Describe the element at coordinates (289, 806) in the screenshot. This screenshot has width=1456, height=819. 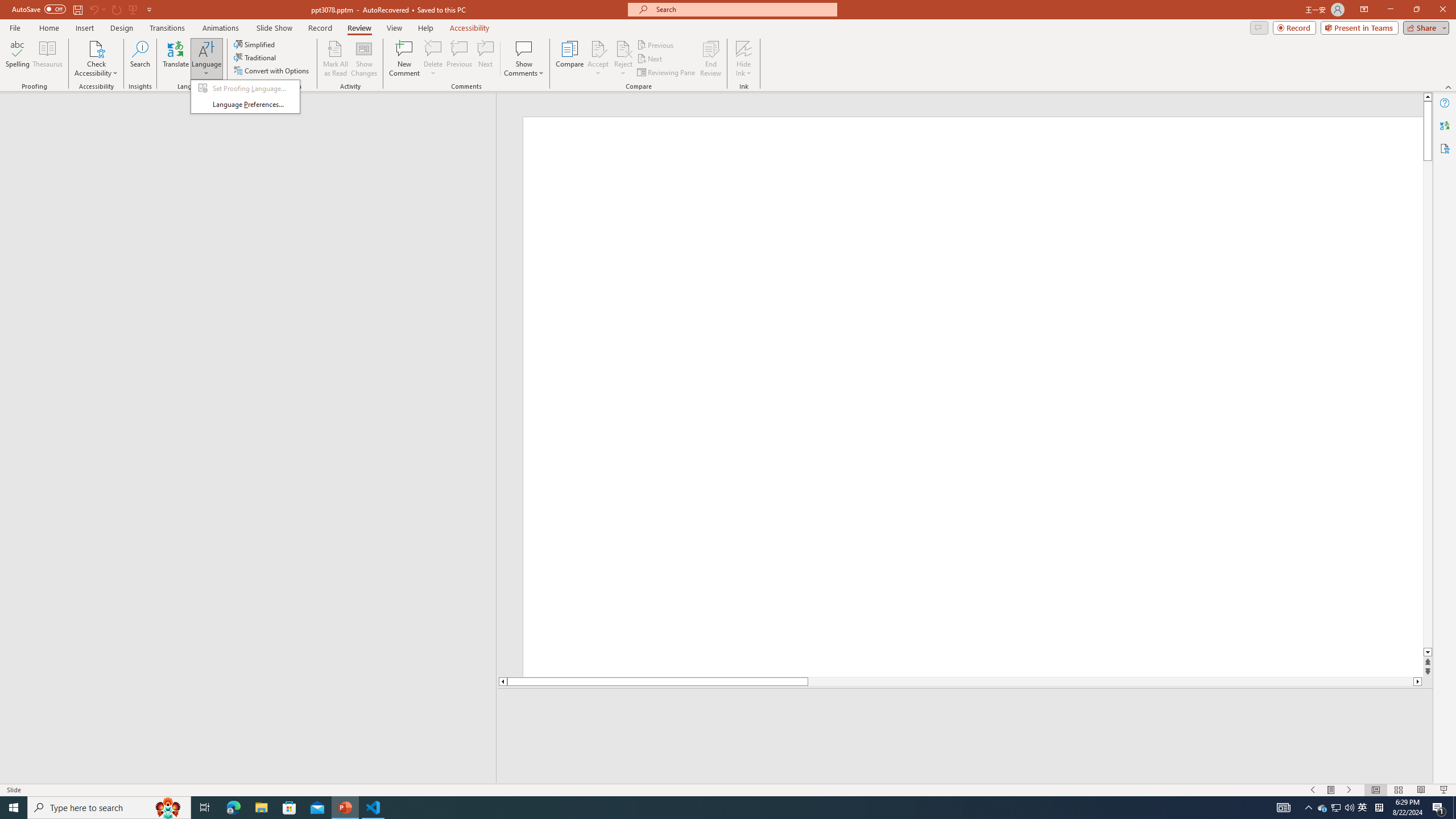
I see `'Microsoft Store'` at that location.